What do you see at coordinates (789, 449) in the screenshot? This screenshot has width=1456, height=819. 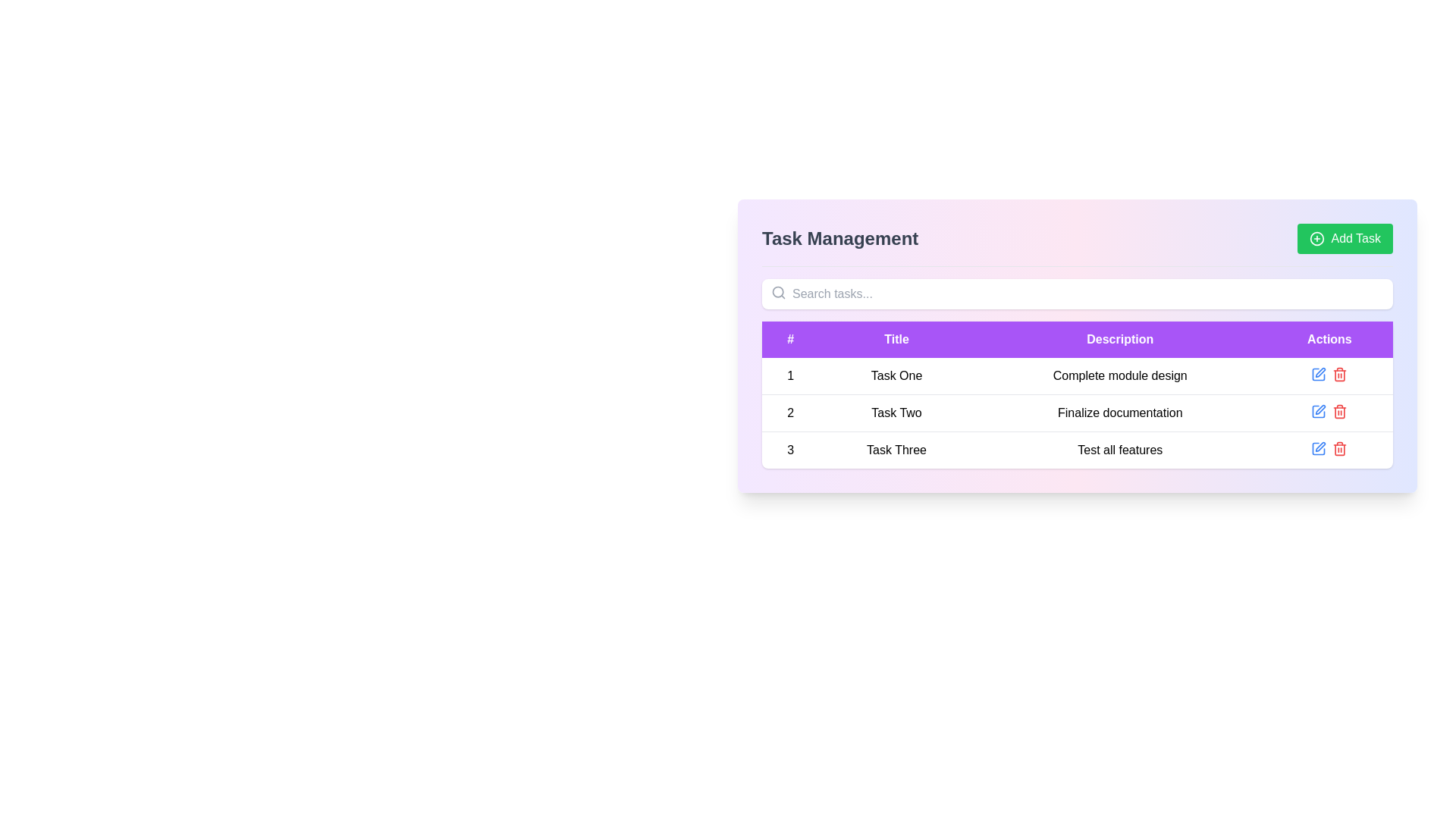 I see `the table cell in the last row under the '#' column, which represents the task number and is adjacent to 'Task Three' and 'Test all features'` at bounding box center [789, 449].